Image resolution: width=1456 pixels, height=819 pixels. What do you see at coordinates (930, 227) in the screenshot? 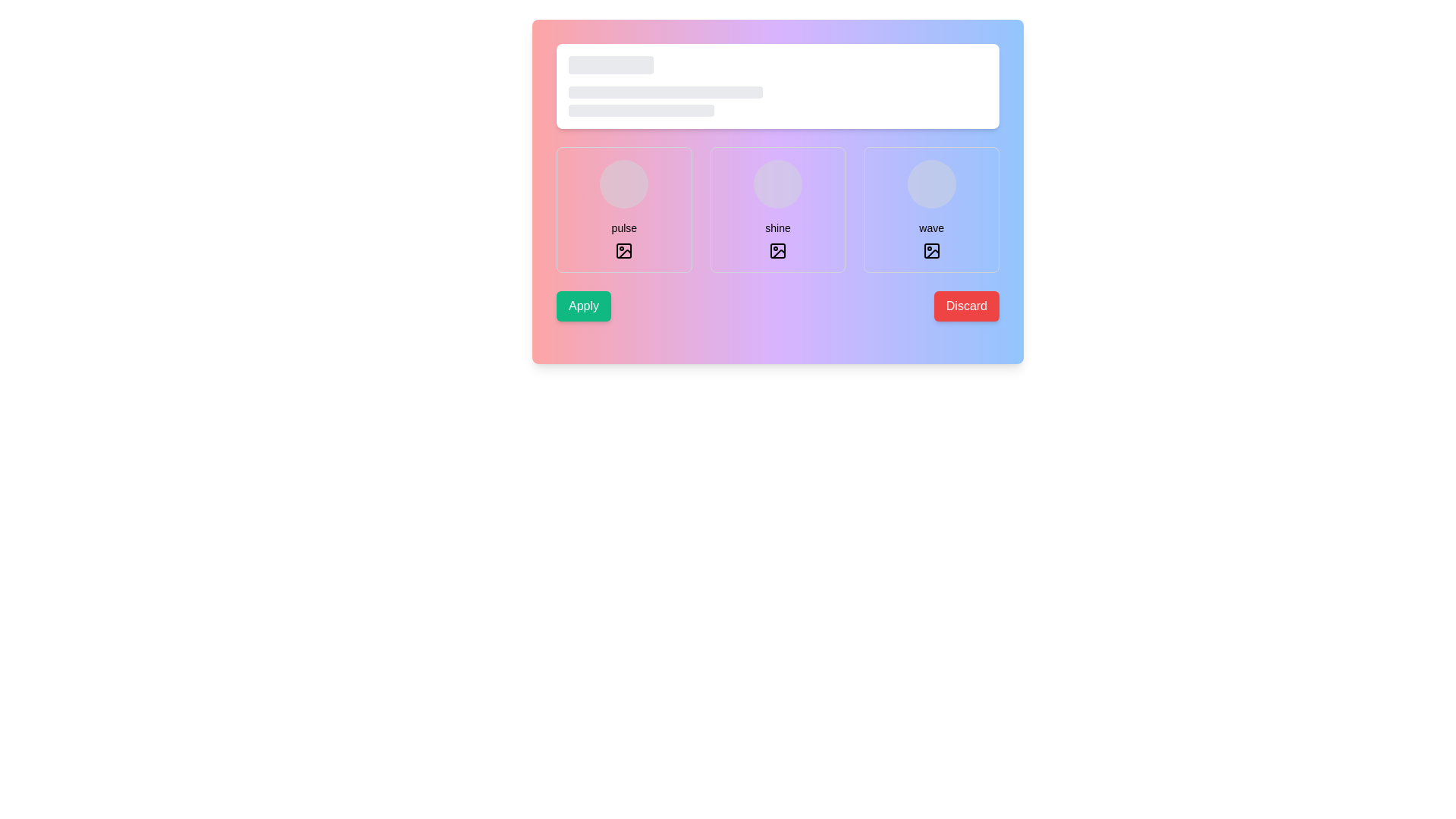
I see `the text label reading 'wave', which is the second text label in a set of three within the rightmost card, positioned below a circular placeholder and above a small icon` at bounding box center [930, 227].